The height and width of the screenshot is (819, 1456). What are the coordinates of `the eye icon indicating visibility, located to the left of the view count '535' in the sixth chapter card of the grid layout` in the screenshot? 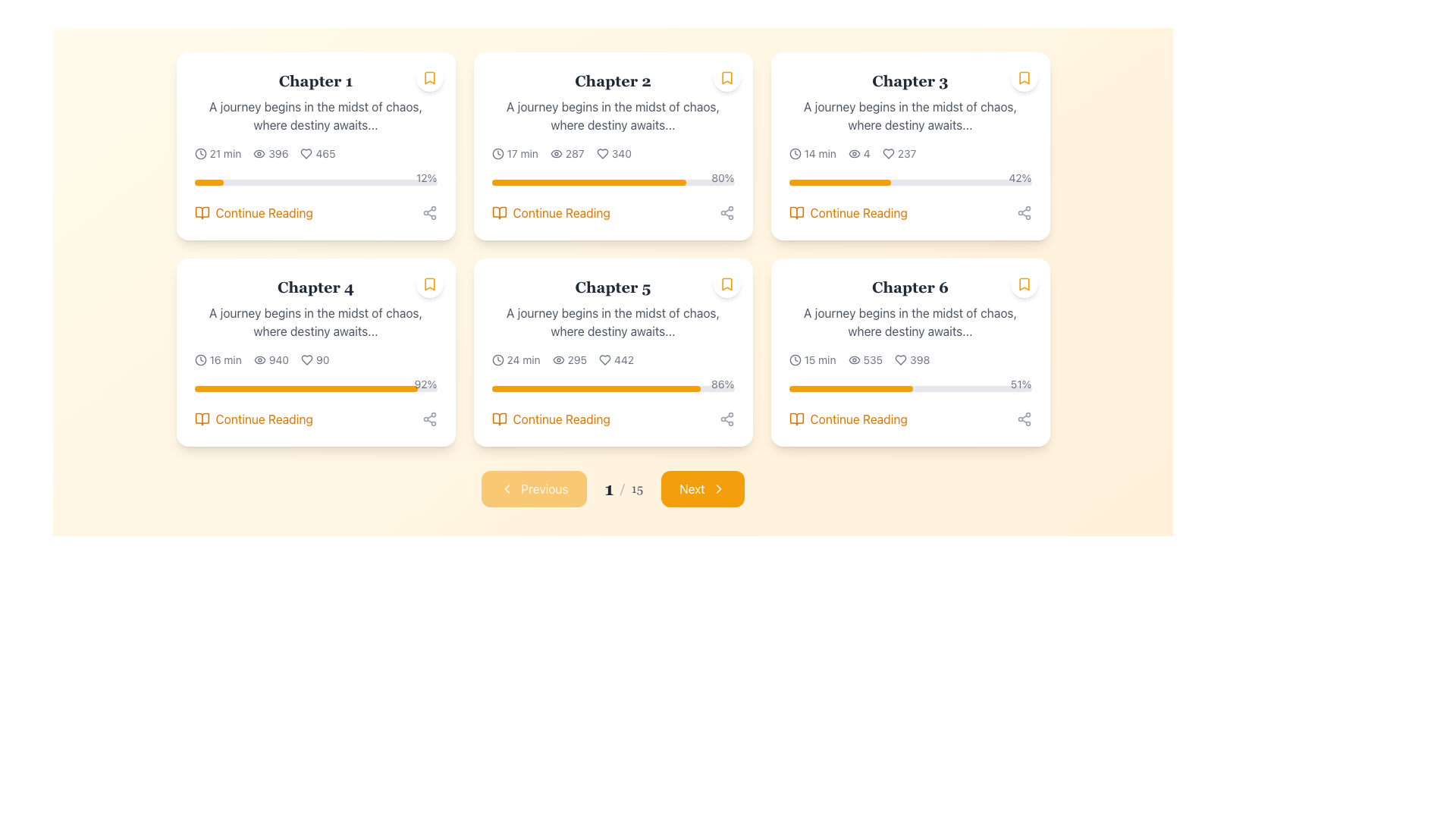 It's located at (854, 359).